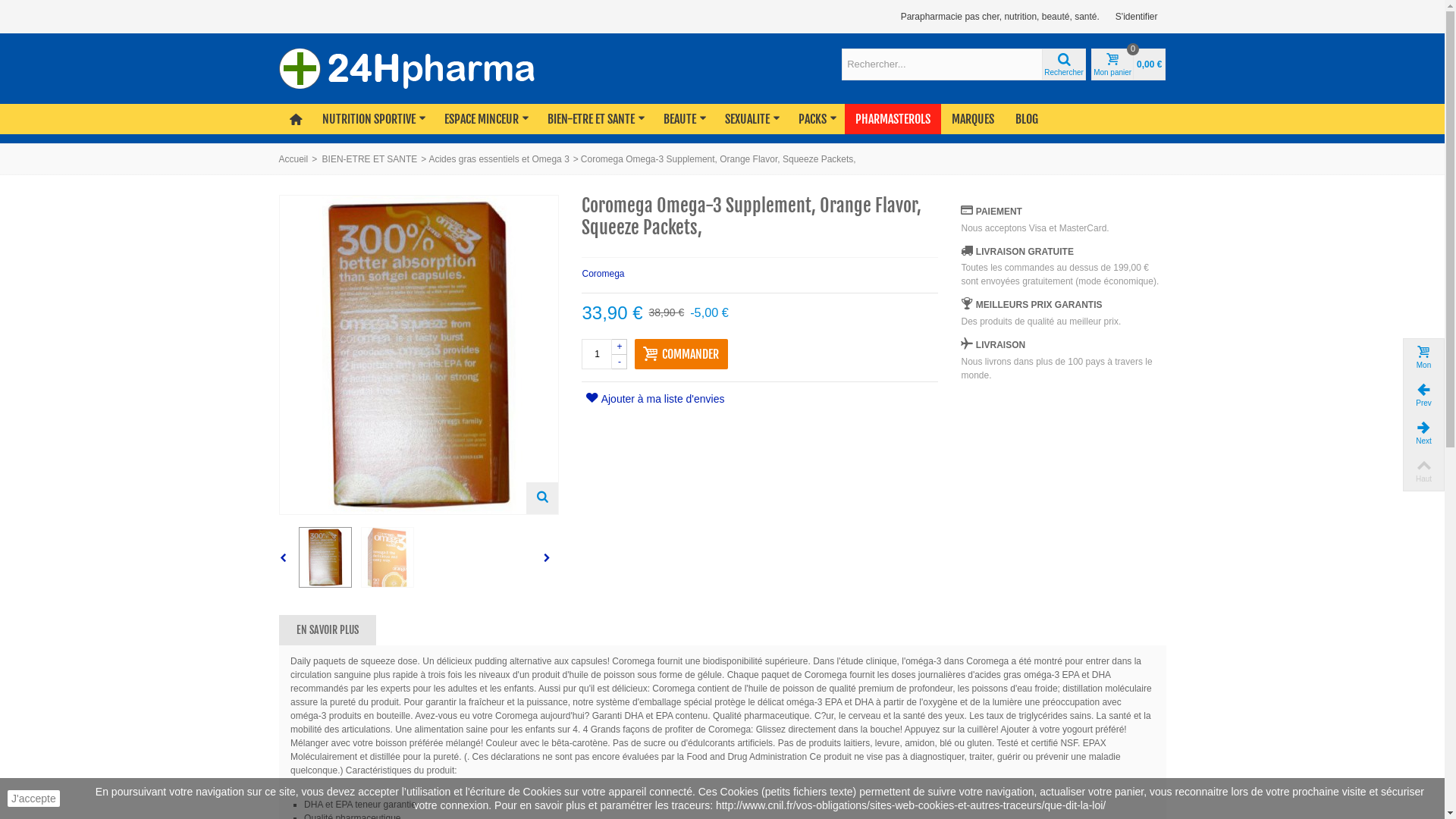 Image resolution: width=1456 pixels, height=819 pixels. I want to click on 'S'identifier', so click(1136, 17).